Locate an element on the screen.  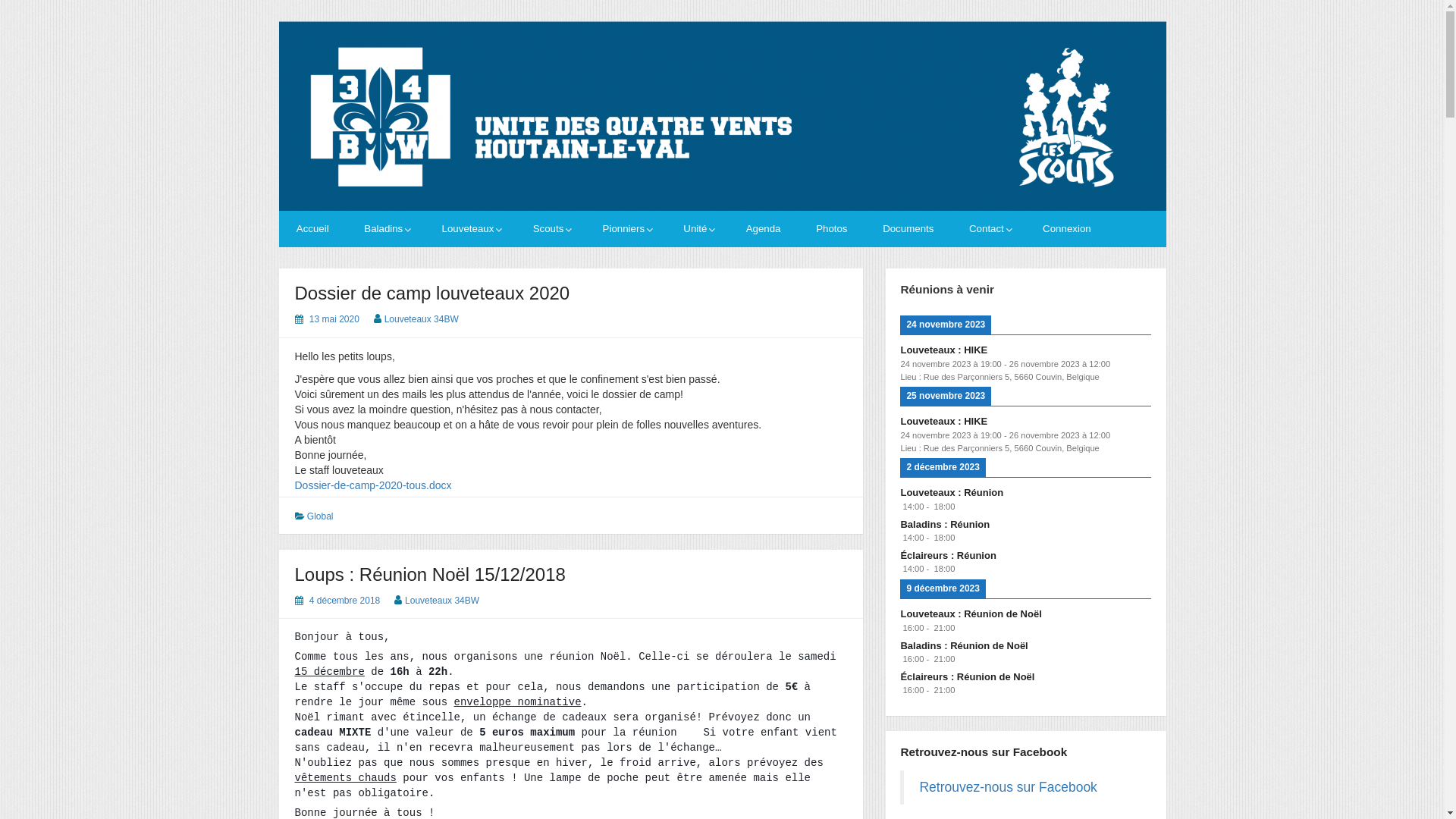
'Scouts' is located at coordinates (548, 228).